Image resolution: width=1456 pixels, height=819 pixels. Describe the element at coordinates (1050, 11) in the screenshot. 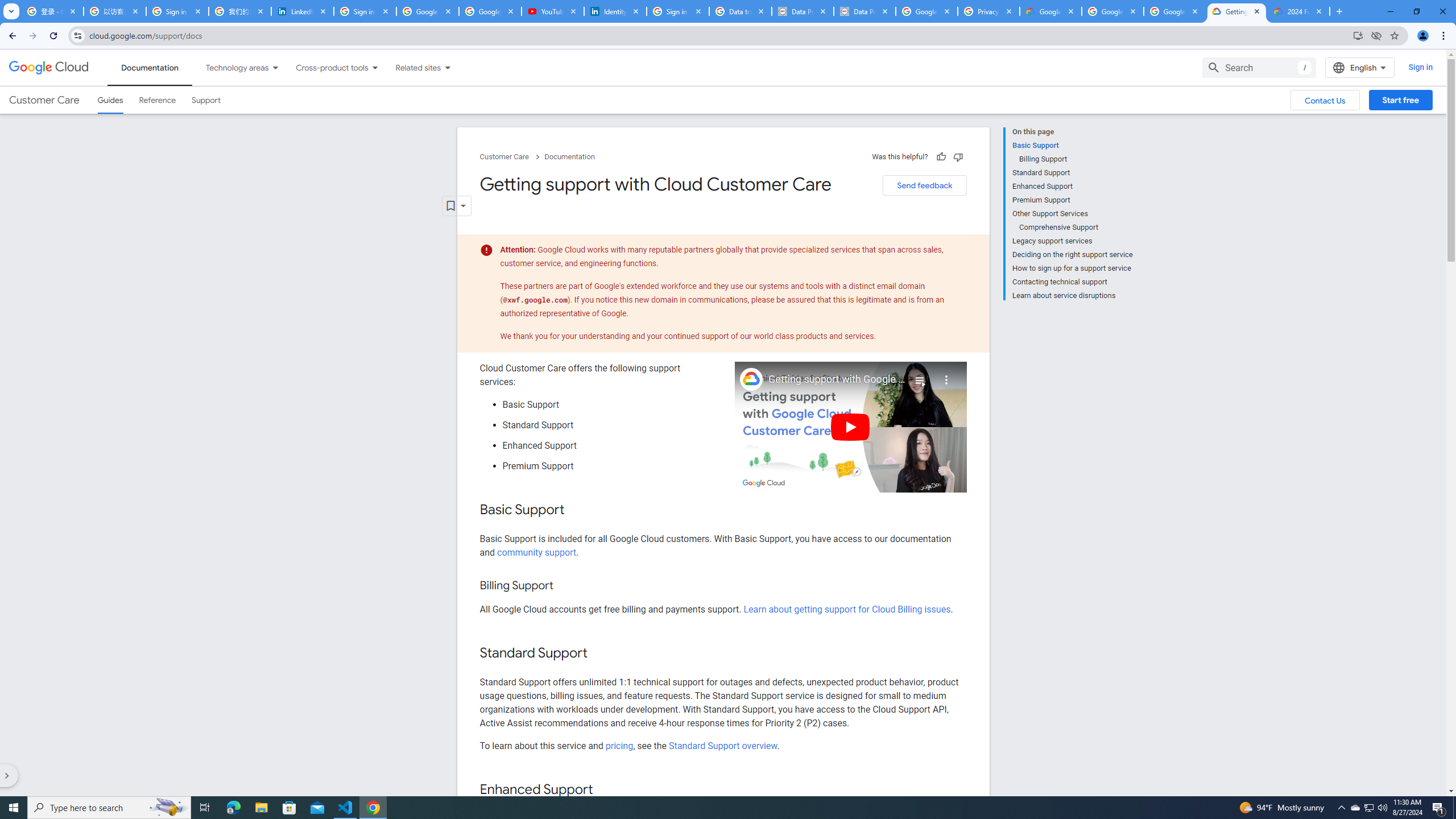

I see `'Google Cloud Terms Directory | Google Cloud'` at that location.